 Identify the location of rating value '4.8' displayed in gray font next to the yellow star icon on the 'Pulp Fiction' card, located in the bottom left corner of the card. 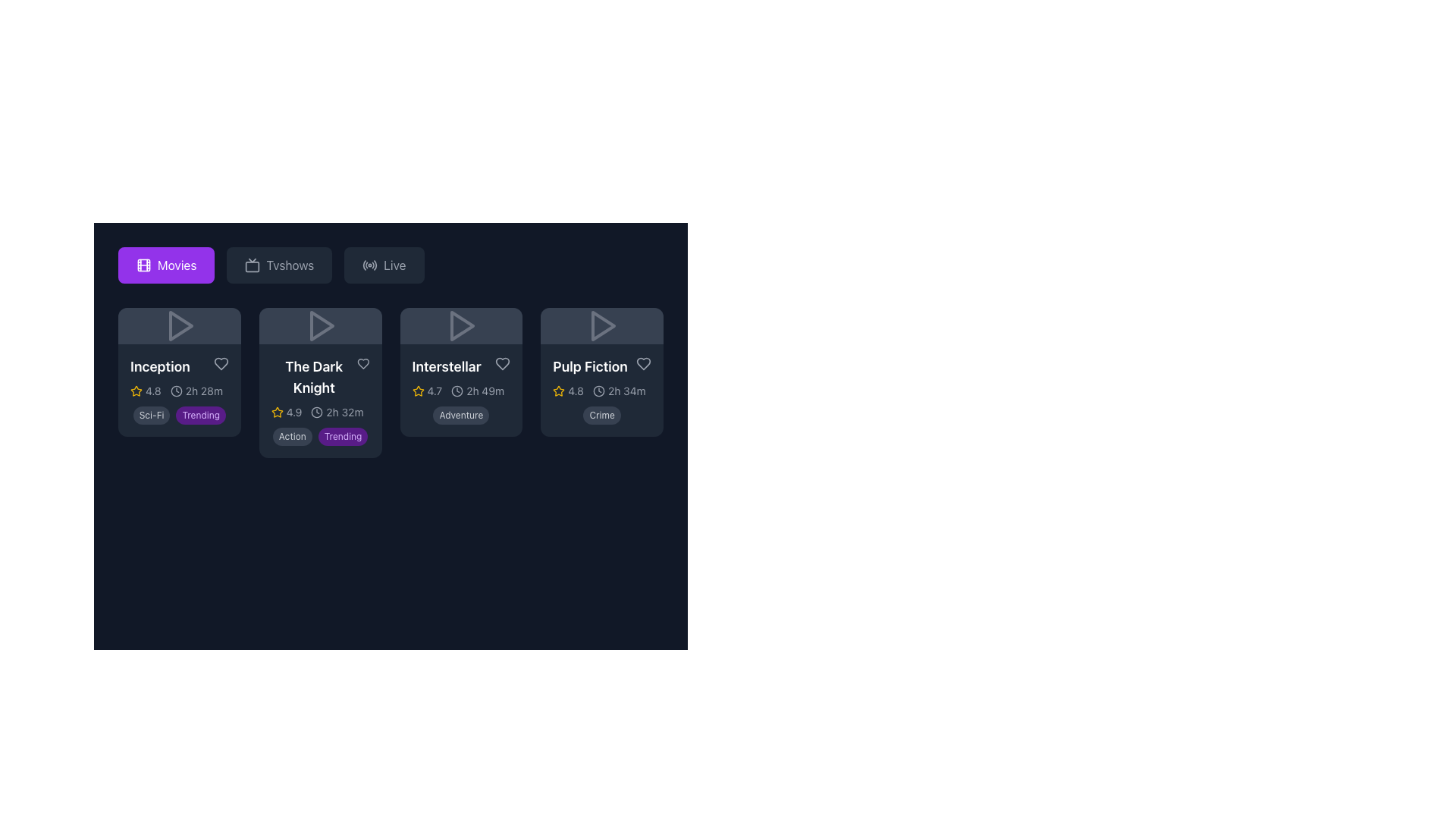
(567, 391).